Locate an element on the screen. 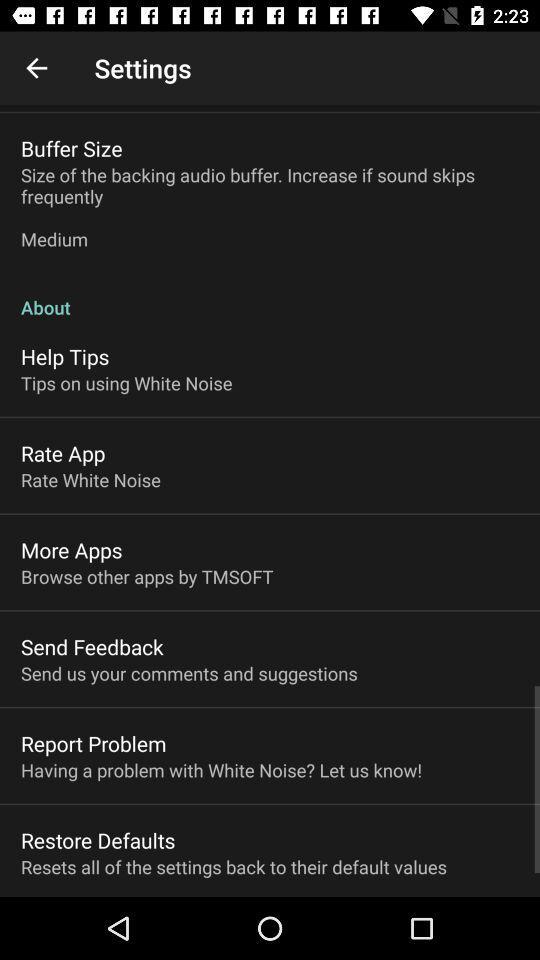 The height and width of the screenshot is (960, 540). the item below the rate white noise item is located at coordinates (70, 550).